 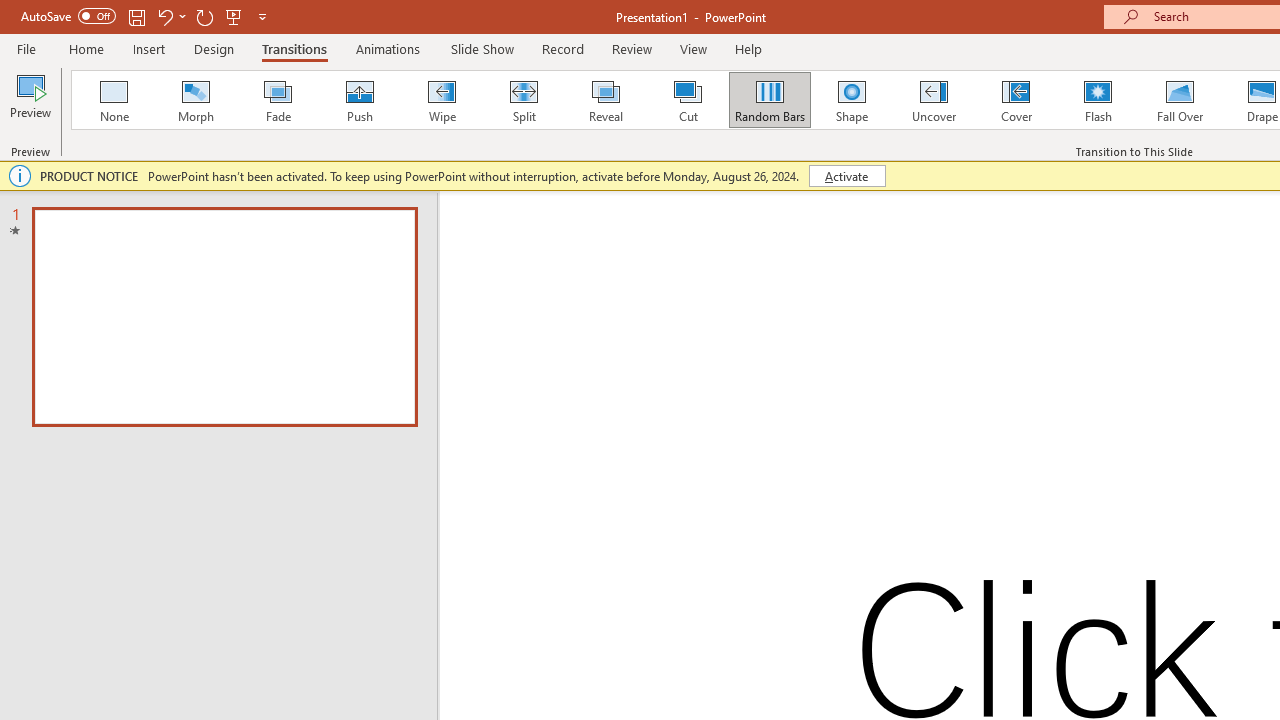 What do you see at coordinates (440, 100) in the screenshot?
I see `'Wipe'` at bounding box center [440, 100].